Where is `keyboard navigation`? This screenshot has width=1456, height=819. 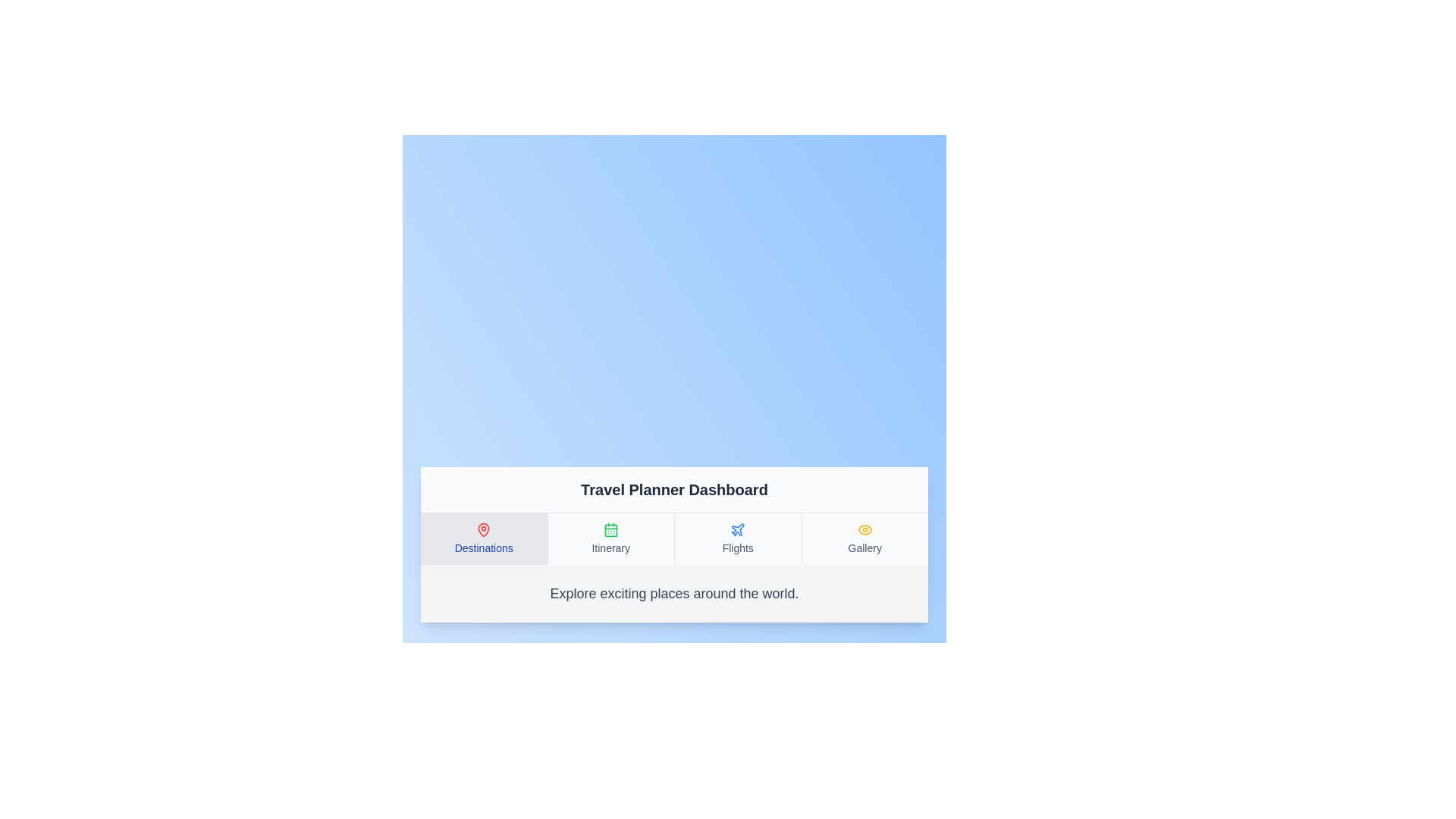 keyboard navigation is located at coordinates (864, 538).